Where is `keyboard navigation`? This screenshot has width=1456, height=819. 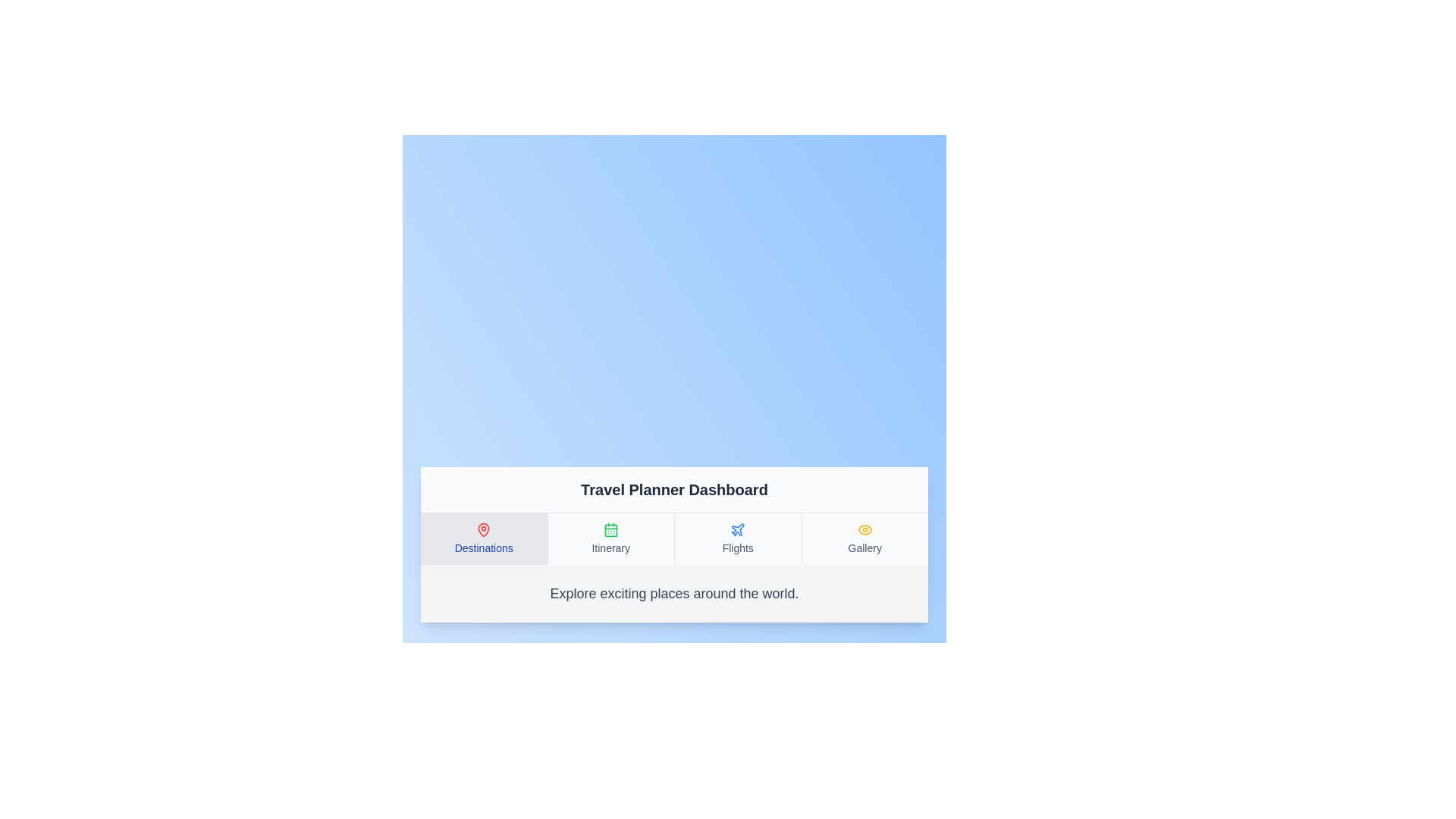 keyboard navigation is located at coordinates (864, 538).